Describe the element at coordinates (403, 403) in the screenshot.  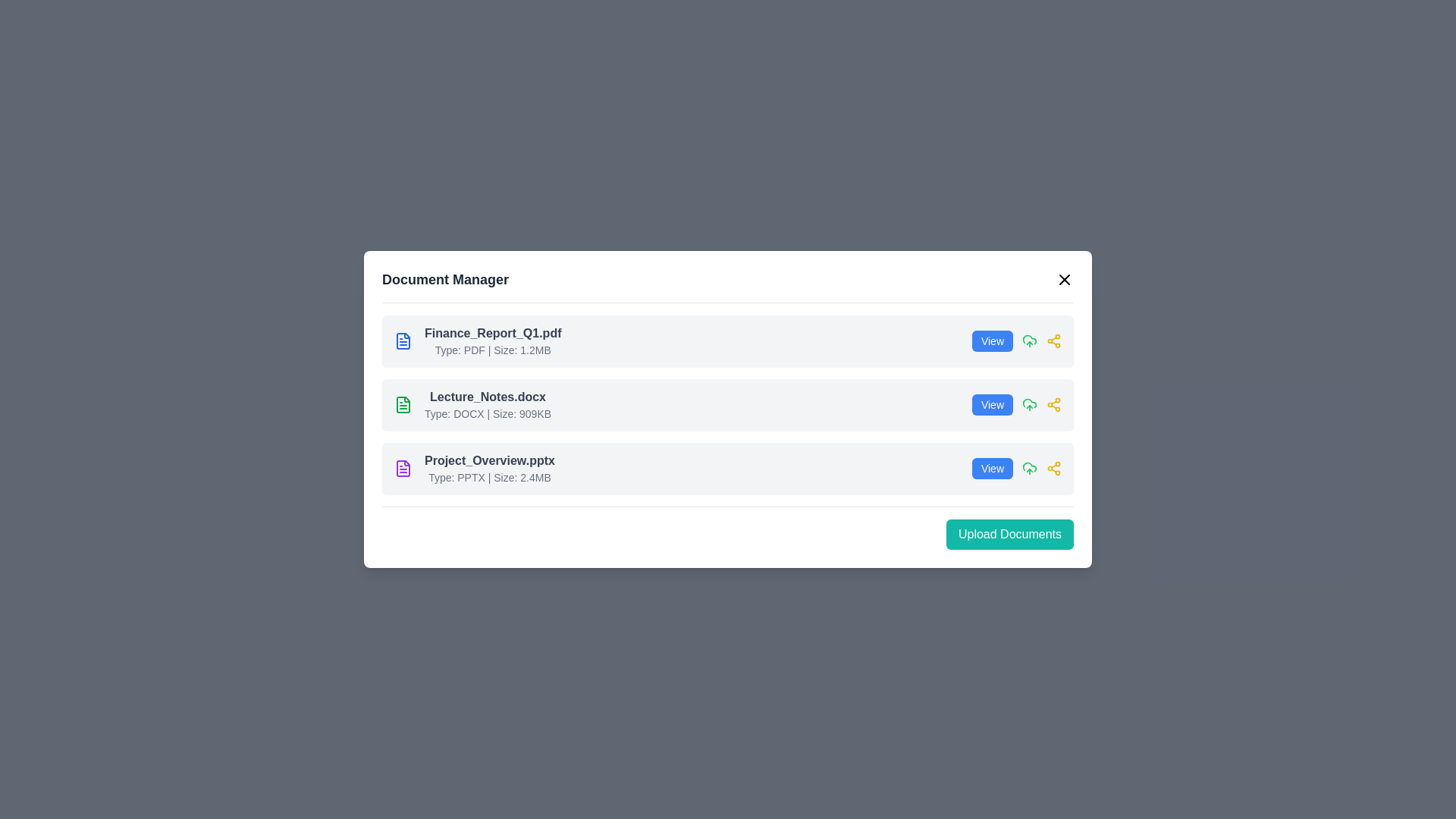
I see `the document icon representing 'Finance_Report_Q1.pdf' in the first row of the document list` at that location.